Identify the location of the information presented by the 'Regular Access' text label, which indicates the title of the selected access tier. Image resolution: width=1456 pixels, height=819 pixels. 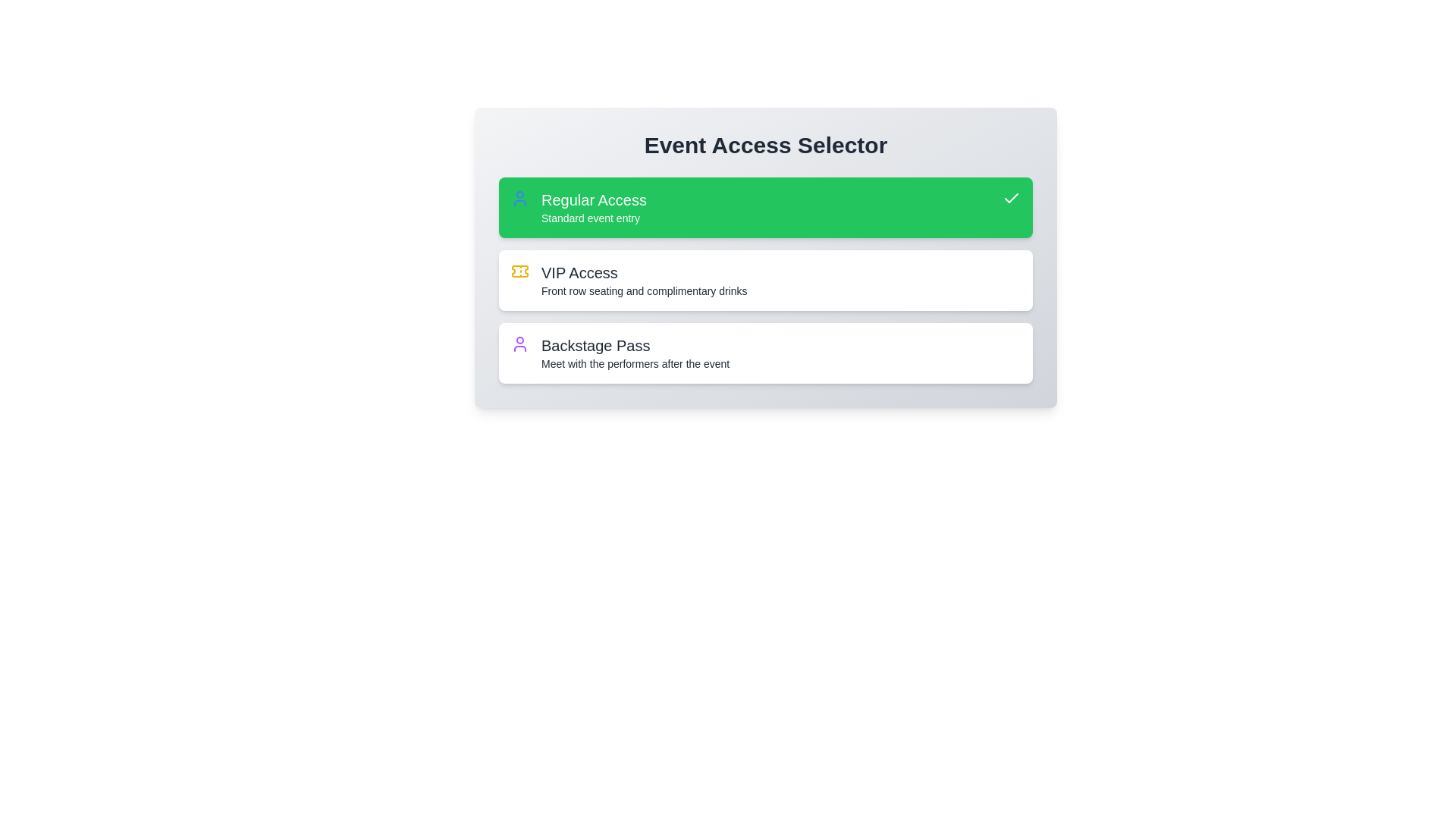
(765, 199).